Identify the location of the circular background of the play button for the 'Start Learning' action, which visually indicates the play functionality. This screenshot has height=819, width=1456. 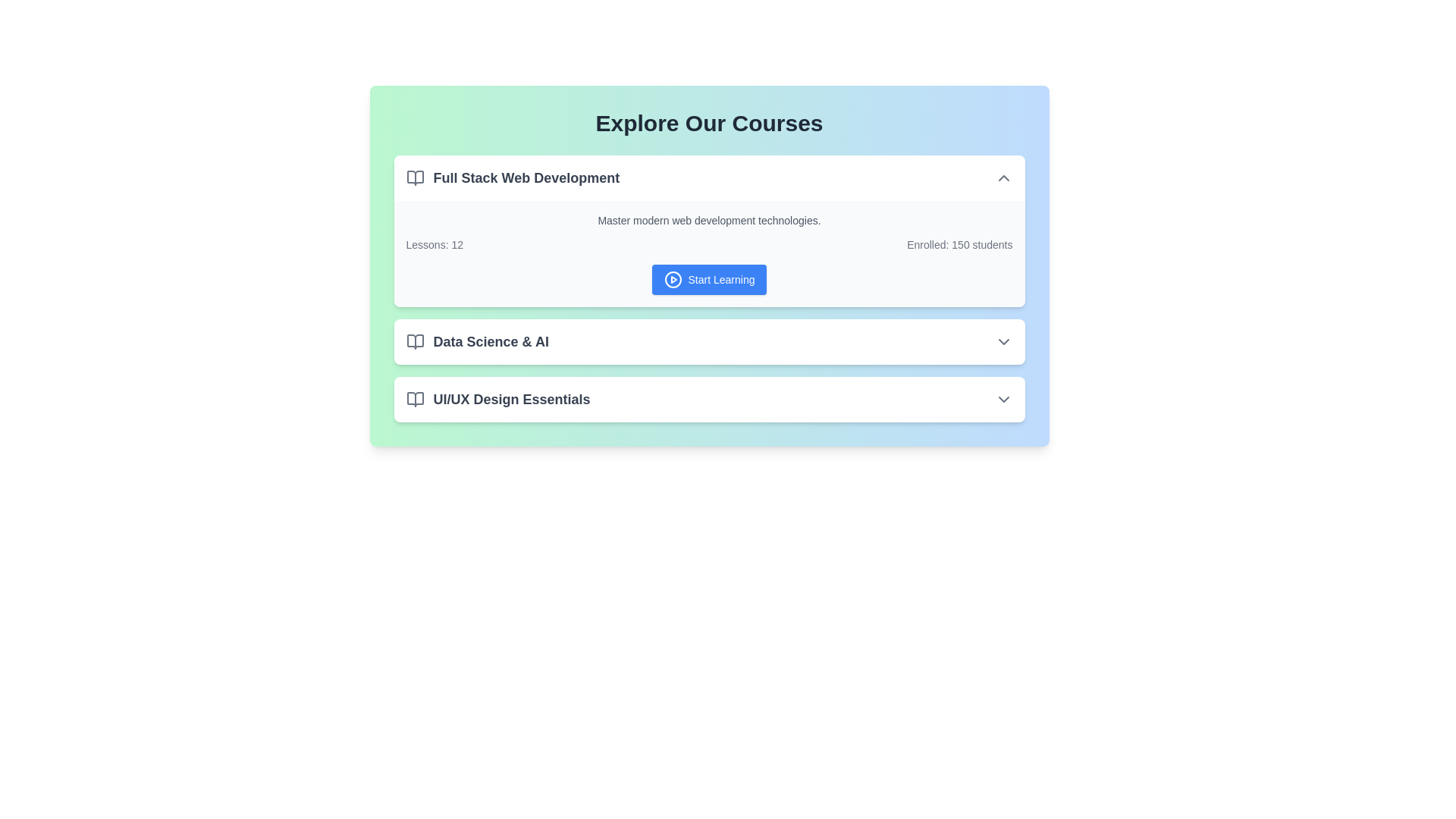
(672, 280).